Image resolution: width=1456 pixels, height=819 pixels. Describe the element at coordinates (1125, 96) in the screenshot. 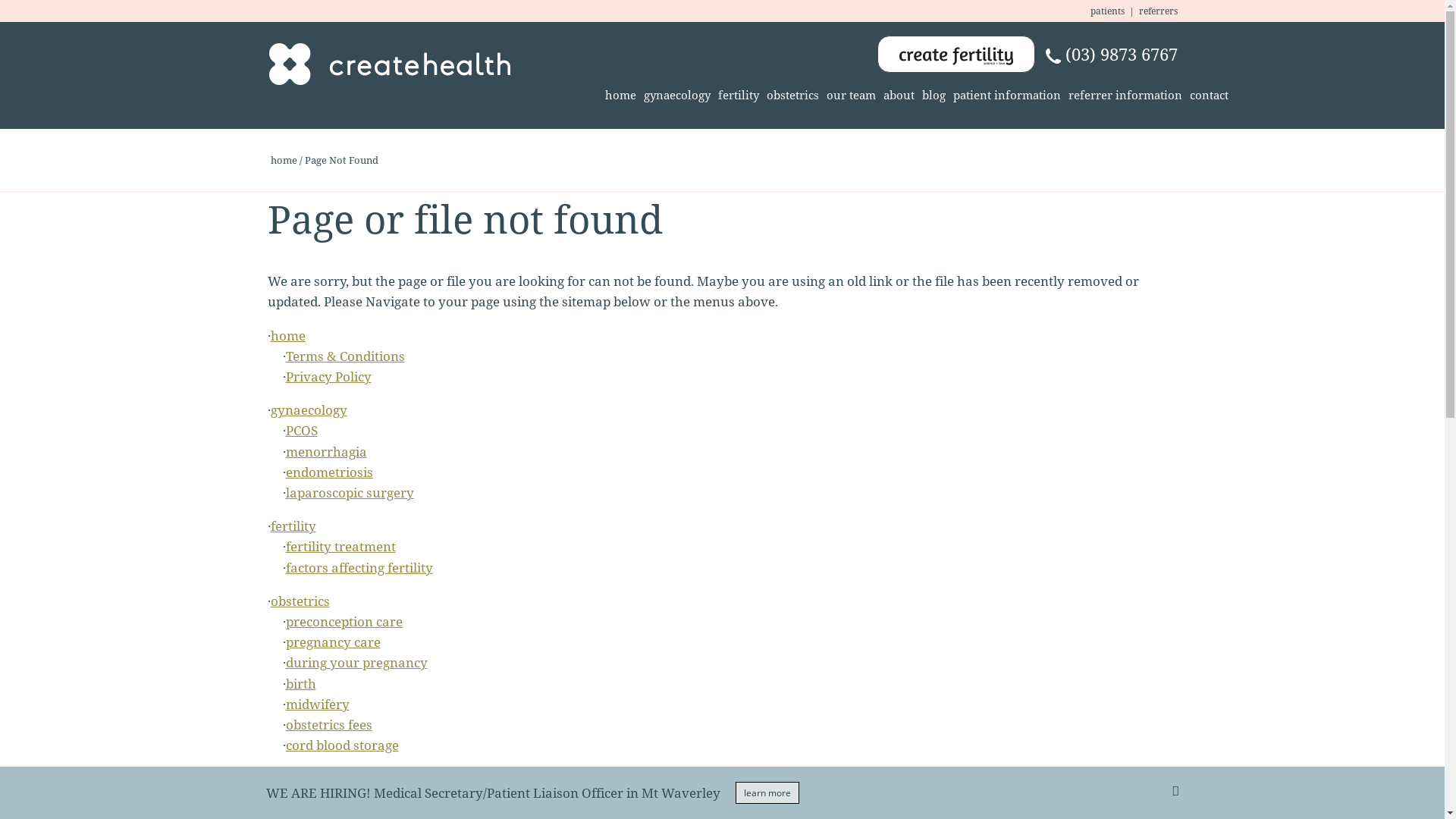

I see `'referrer information'` at that location.